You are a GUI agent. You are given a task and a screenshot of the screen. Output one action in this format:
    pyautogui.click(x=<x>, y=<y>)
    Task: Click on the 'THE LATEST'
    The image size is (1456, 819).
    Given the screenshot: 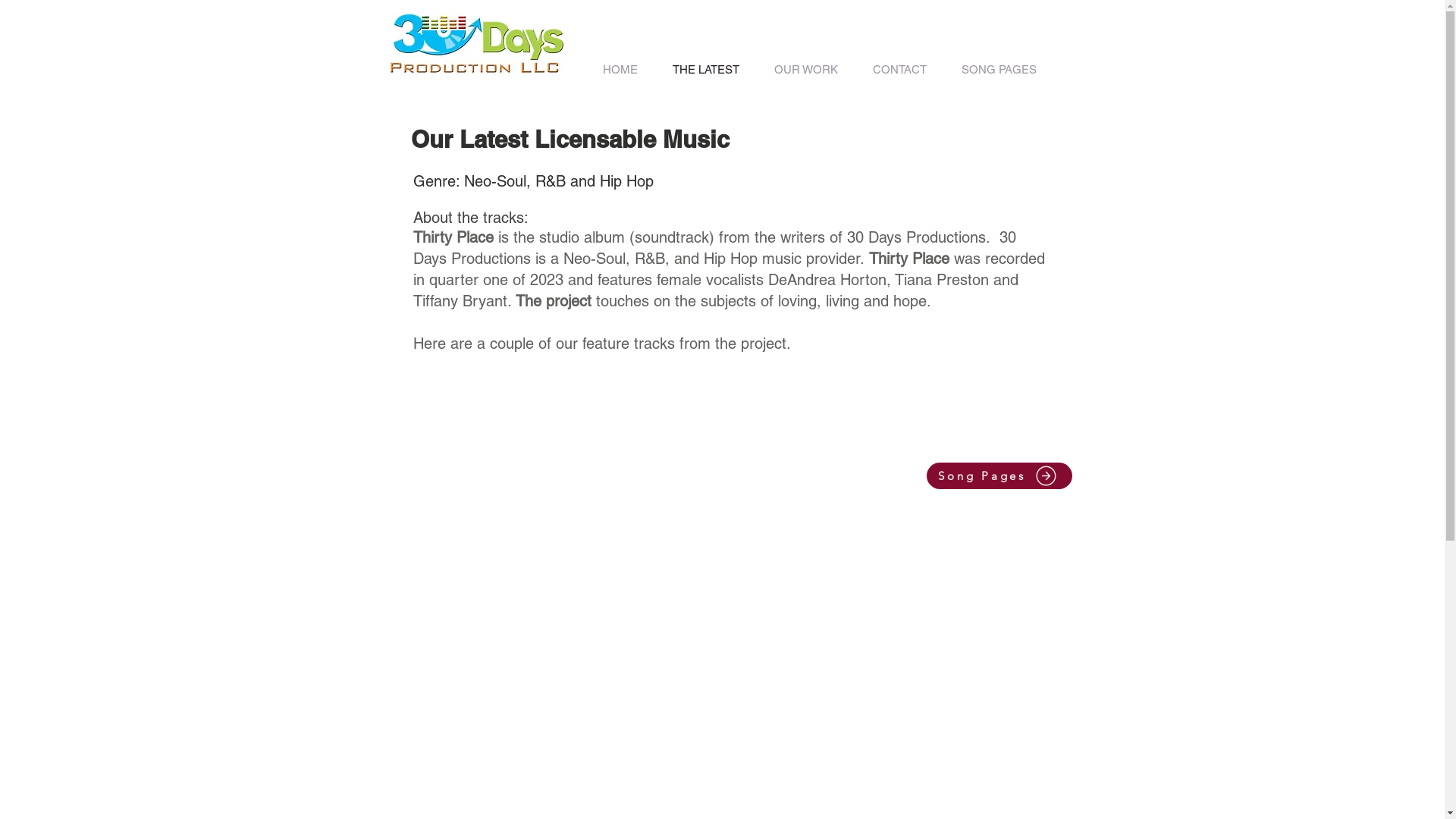 What is the action you would take?
    pyautogui.click(x=705, y=69)
    